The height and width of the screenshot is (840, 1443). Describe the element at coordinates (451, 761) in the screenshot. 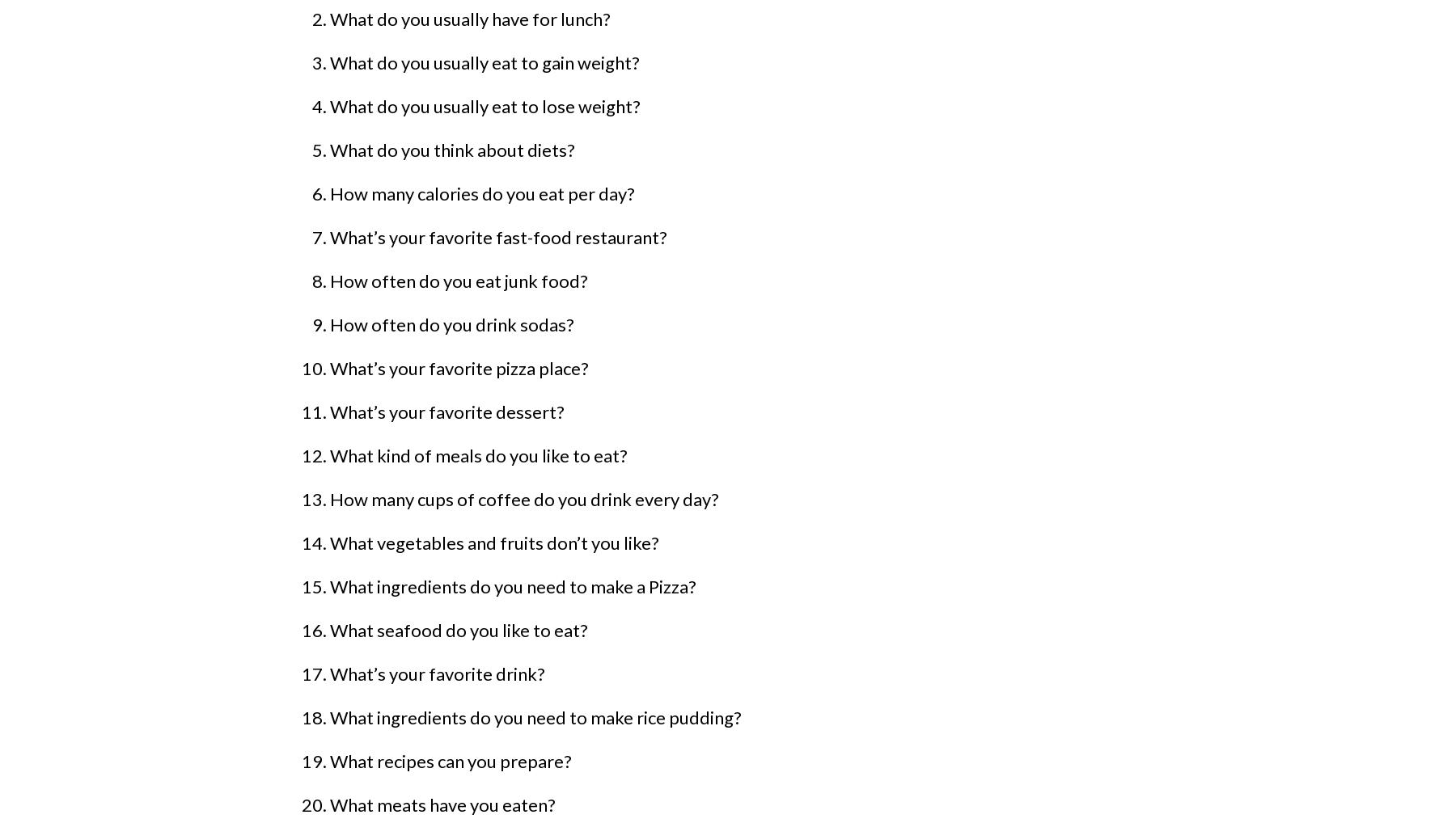

I see `'What recipes can
you prepare?'` at that location.